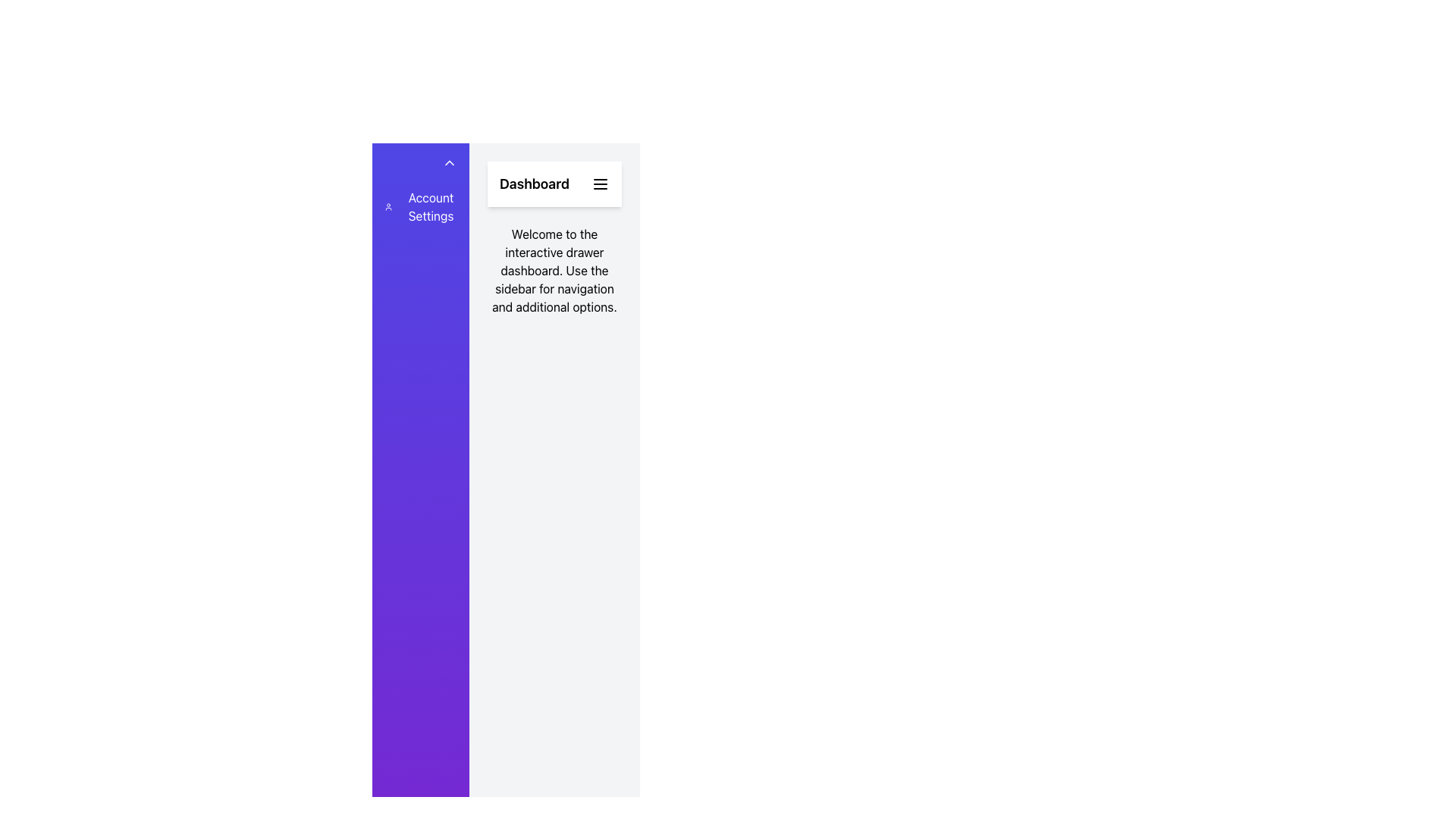 The image size is (1456, 819). What do you see at coordinates (554, 184) in the screenshot?
I see `the icon on the Header bar titled 'Dashboard'` at bounding box center [554, 184].